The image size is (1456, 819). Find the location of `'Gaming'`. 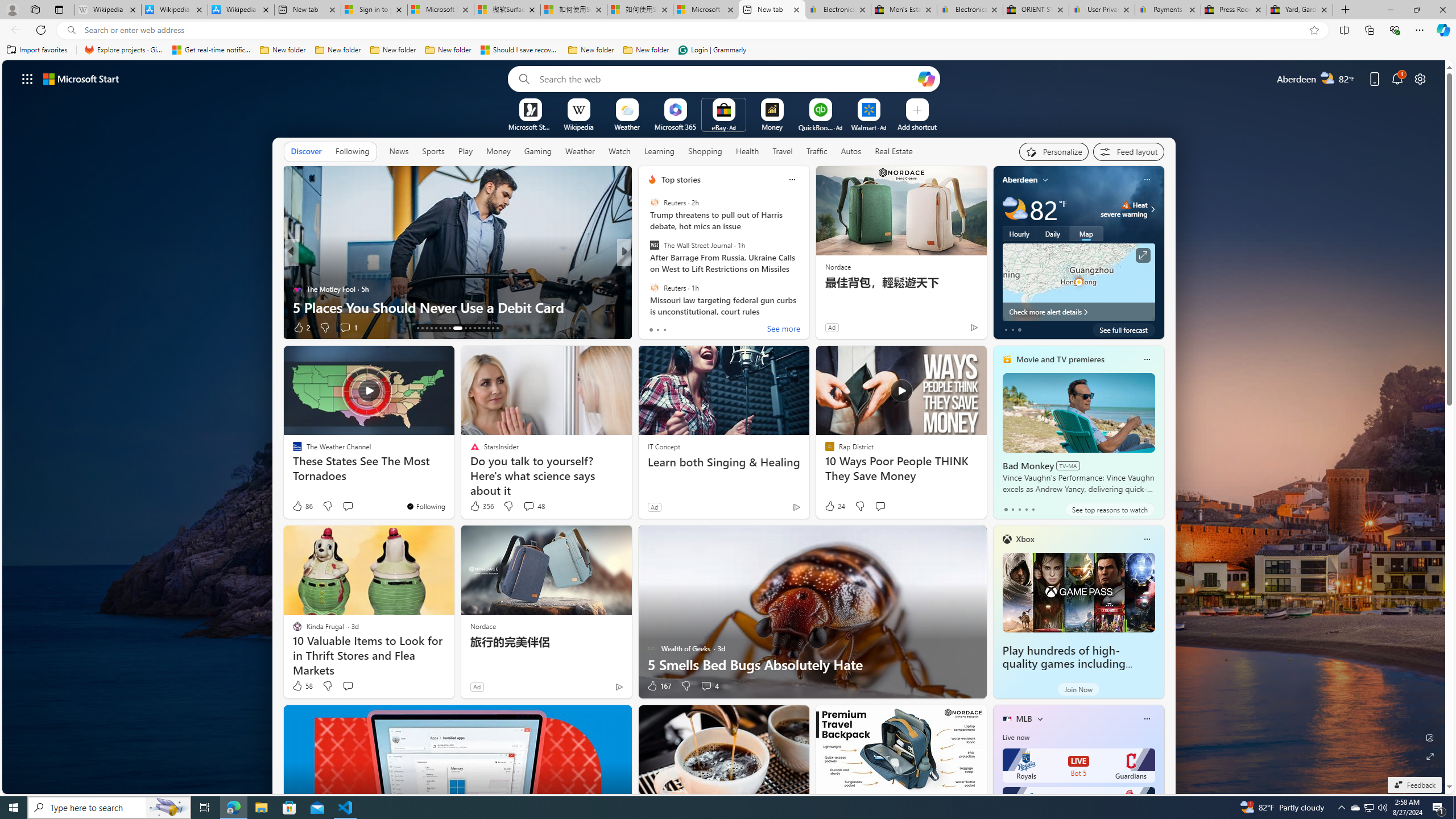

'Gaming' is located at coordinates (537, 151).